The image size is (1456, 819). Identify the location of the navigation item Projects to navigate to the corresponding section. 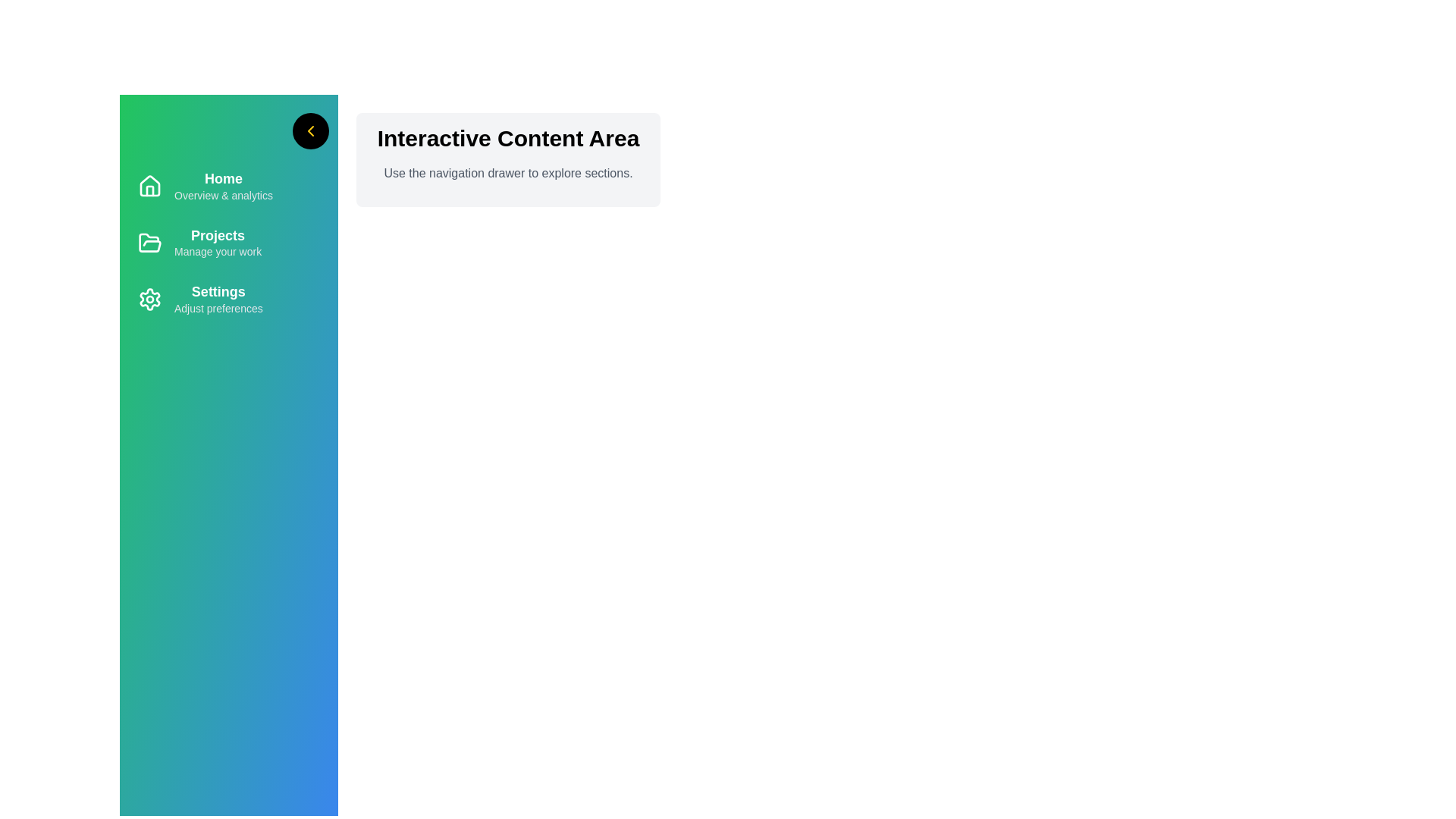
(228, 242).